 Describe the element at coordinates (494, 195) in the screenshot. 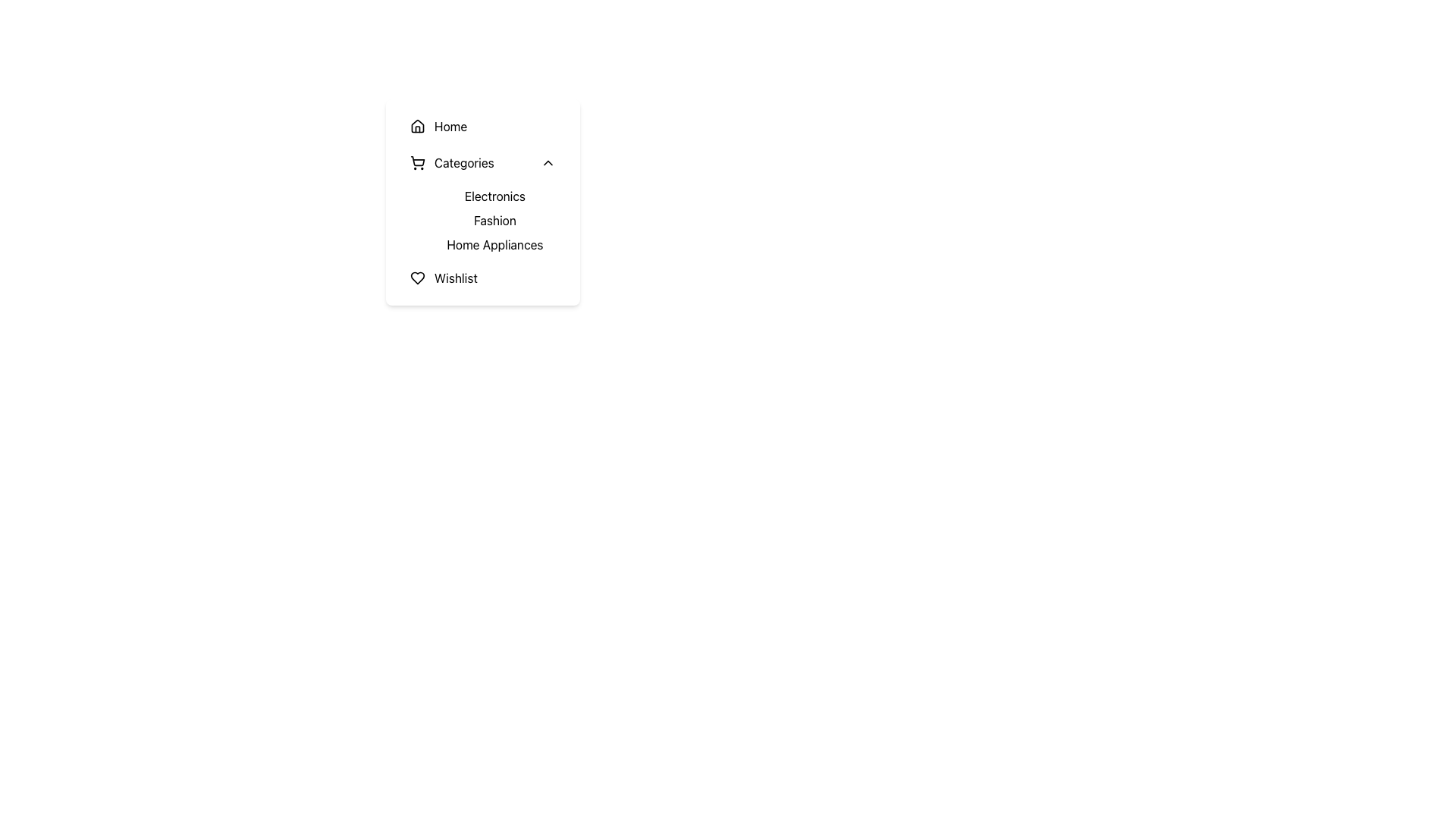

I see `the 'Electronics' navigation button, which is the first item in the vertical list under the 'Categories' section` at that location.